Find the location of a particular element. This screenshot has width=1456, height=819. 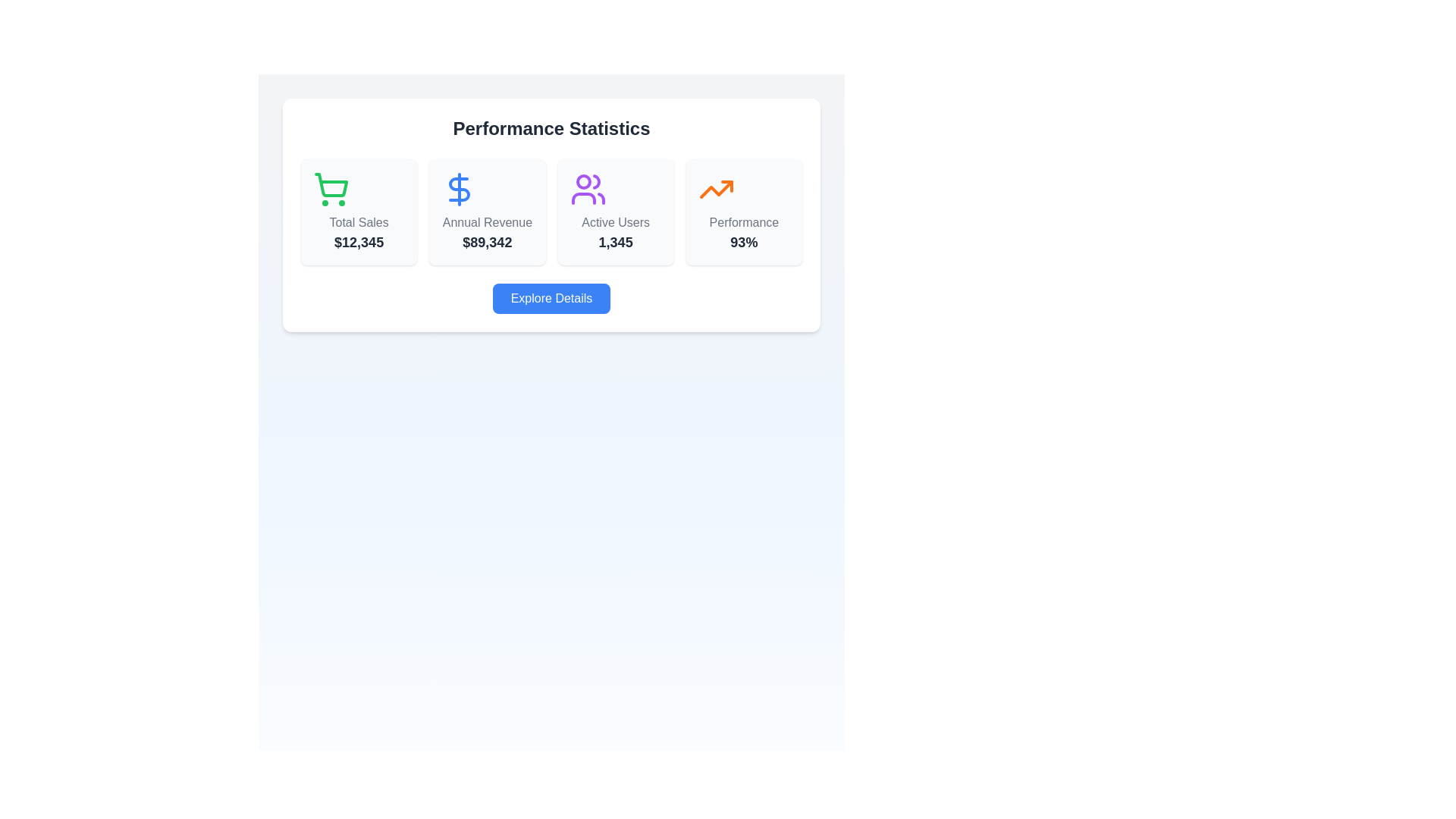

the static text element displaying the numeric count of active users, which is centrally located within the 'Active Users' card layout is located at coordinates (616, 242).